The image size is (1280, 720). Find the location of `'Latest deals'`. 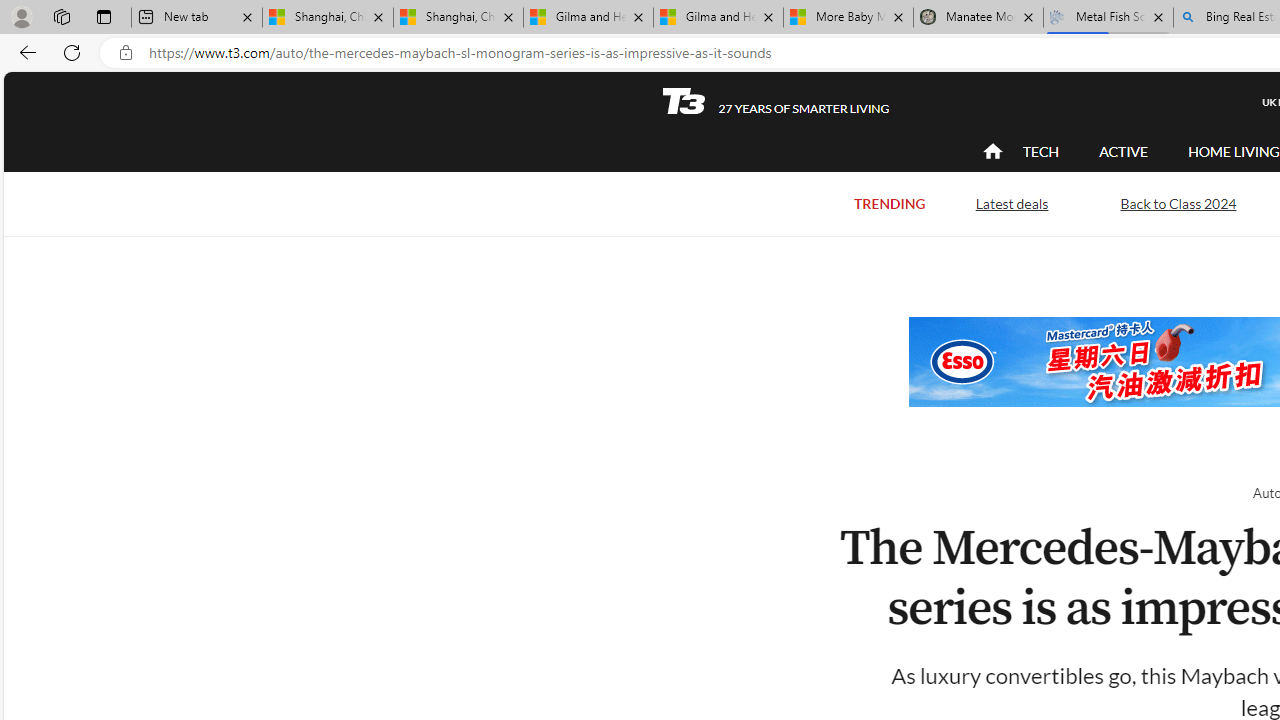

'Latest deals' is located at coordinates (1011, 203).